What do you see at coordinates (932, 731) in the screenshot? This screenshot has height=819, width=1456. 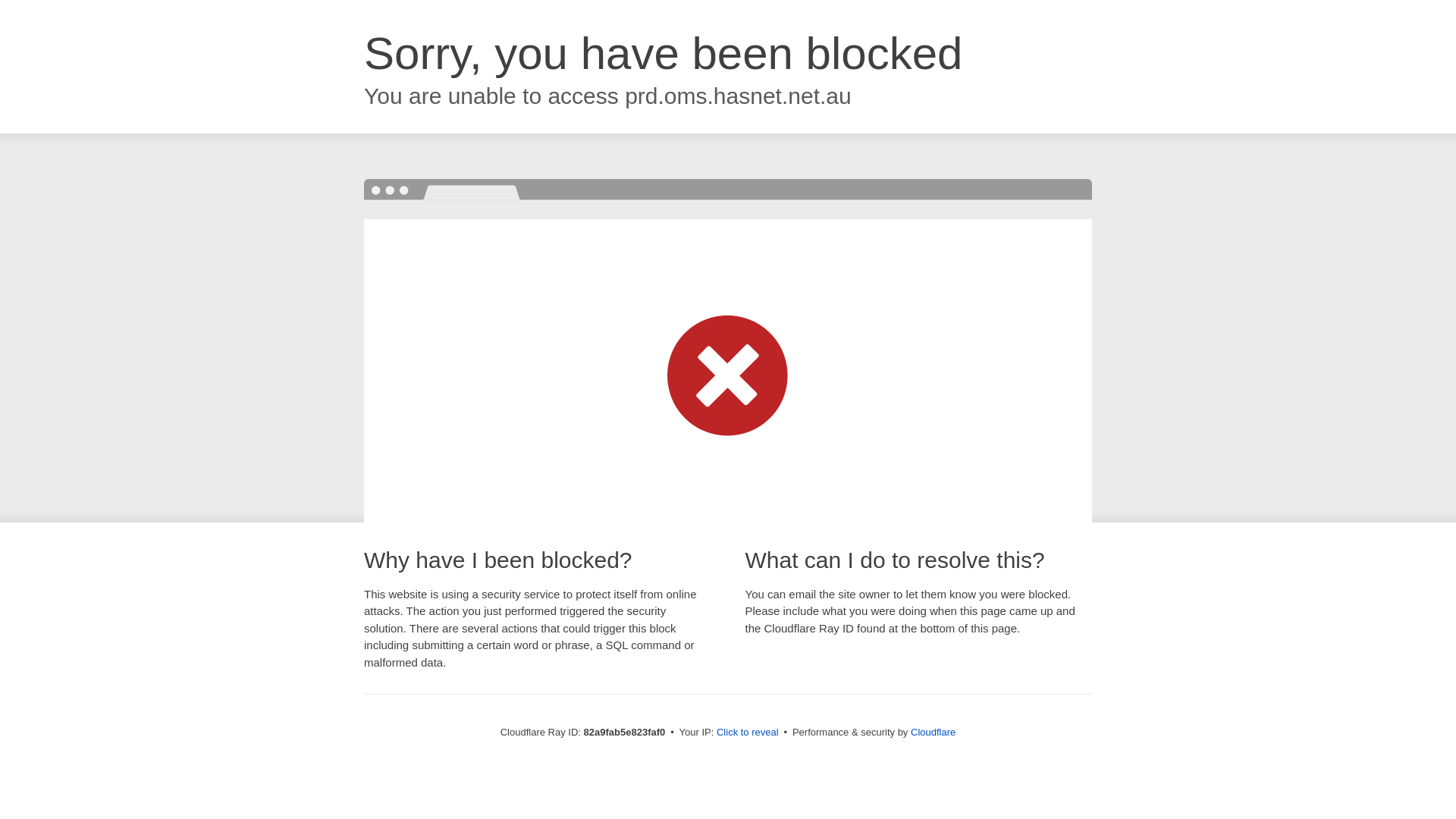 I see `'Cloudflare'` at bounding box center [932, 731].